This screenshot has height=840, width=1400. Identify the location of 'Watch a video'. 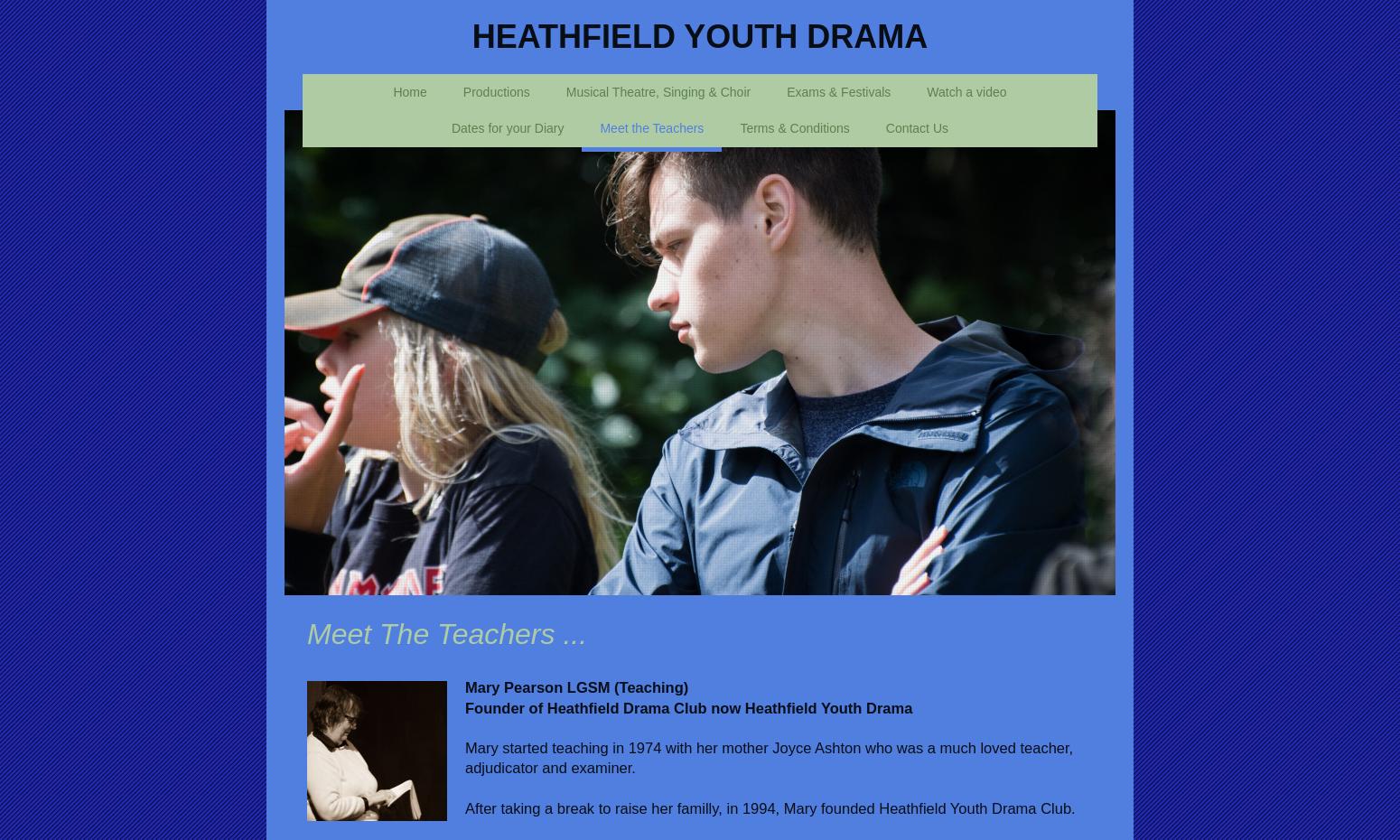
(966, 90).